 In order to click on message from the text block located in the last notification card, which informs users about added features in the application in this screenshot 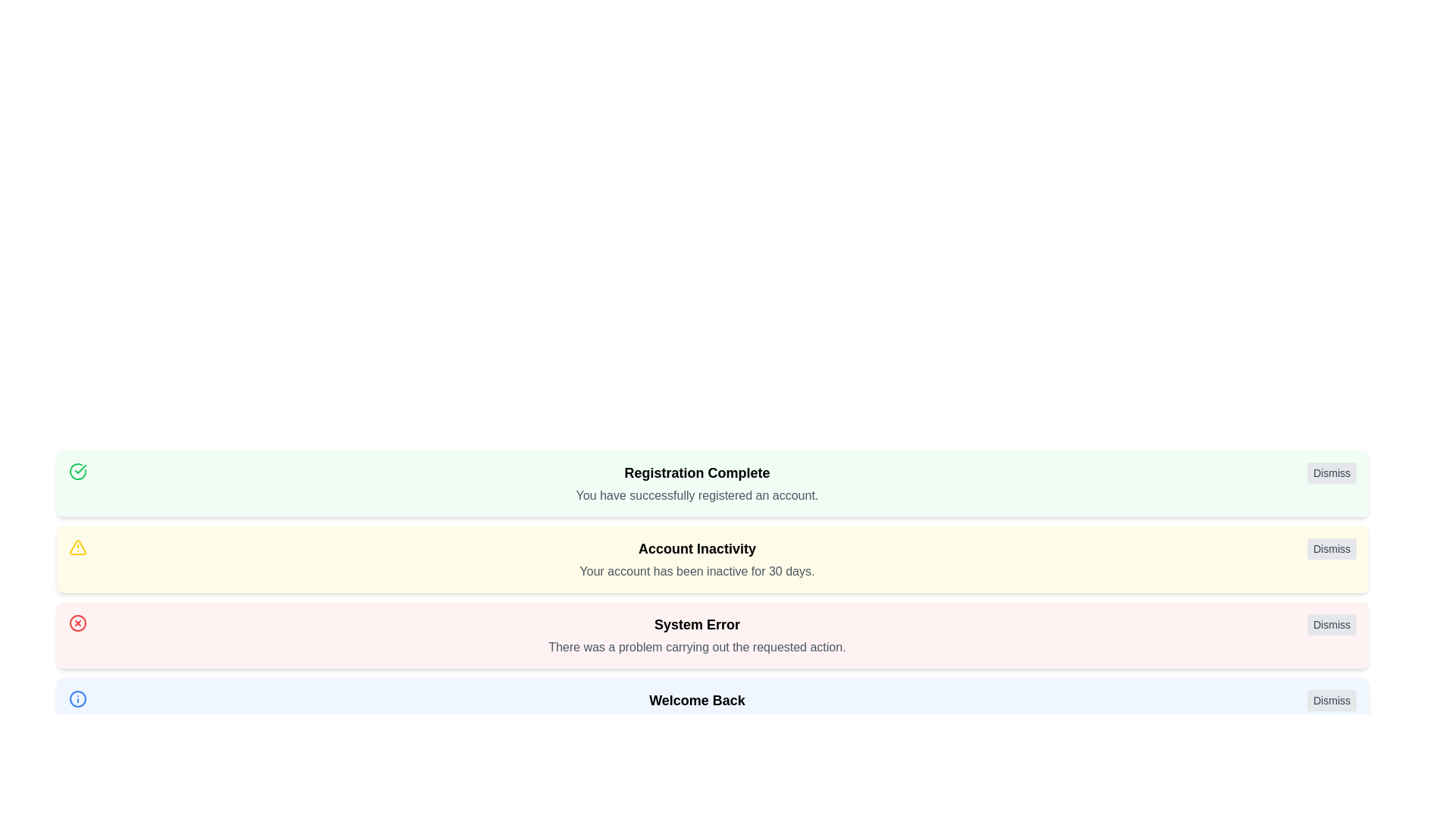, I will do `click(696, 711)`.